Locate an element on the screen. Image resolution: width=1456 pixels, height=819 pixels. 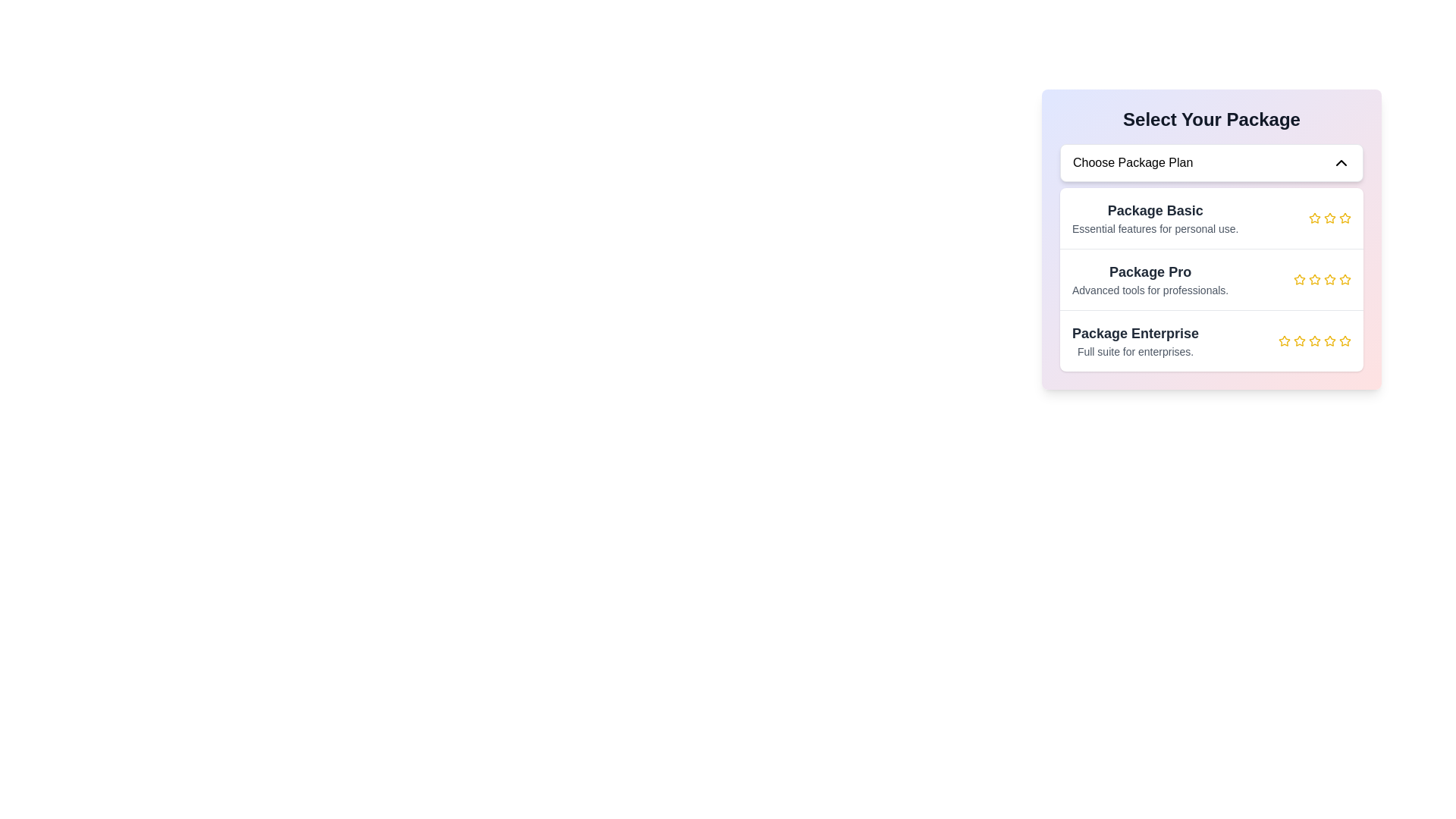
the first yellow star in the second row of the star rating section associated with the 'Package Pro' package item is located at coordinates (1298, 280).